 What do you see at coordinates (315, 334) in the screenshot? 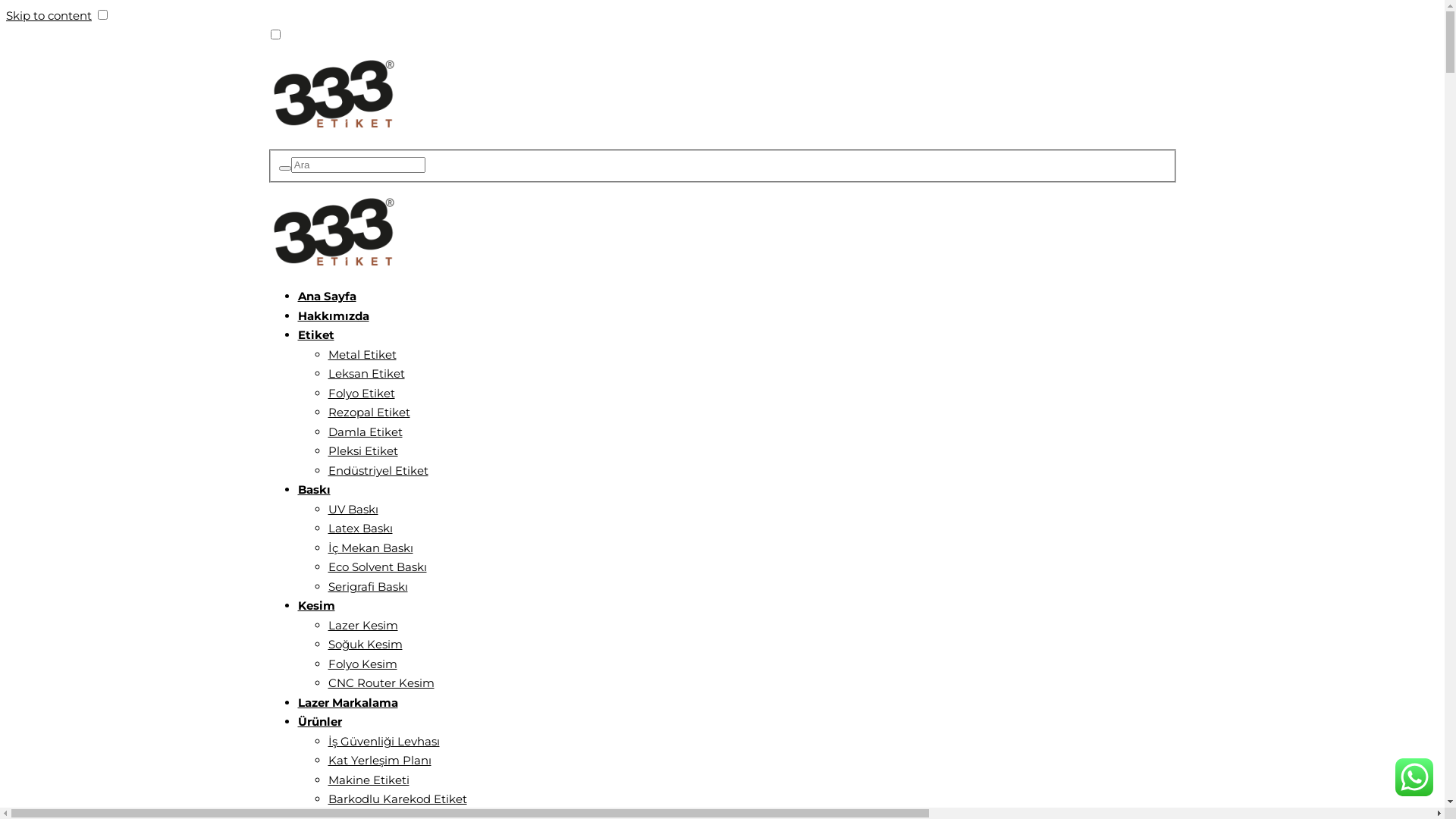
I see `'Etiket'` at bounding box center [315, 334].